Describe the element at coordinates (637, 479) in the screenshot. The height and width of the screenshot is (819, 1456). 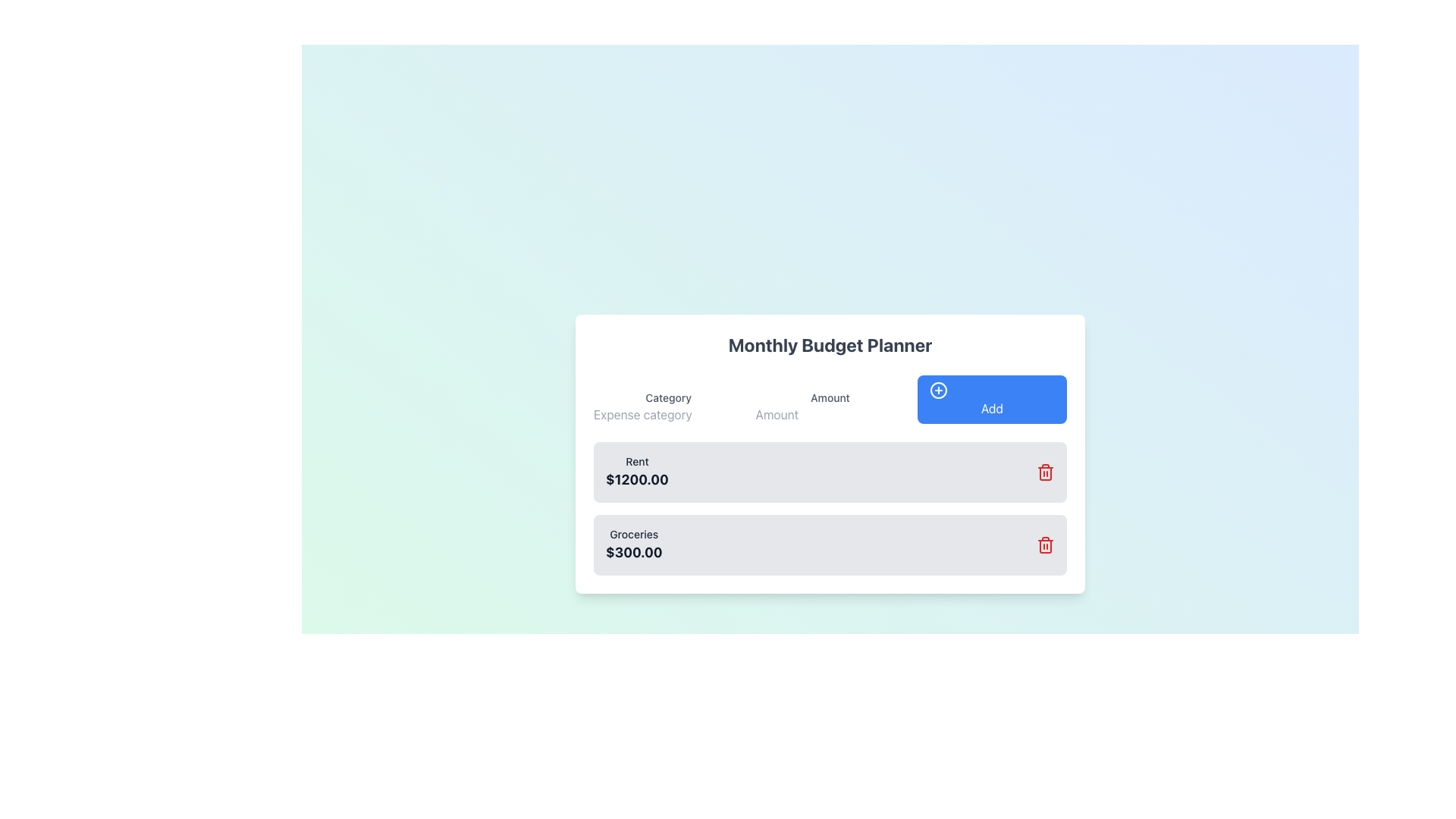
I see `the text label displaying the monetary value '$1200.00', which is styled in bold dark gray and positioned below the 'Rent' label` at that location.